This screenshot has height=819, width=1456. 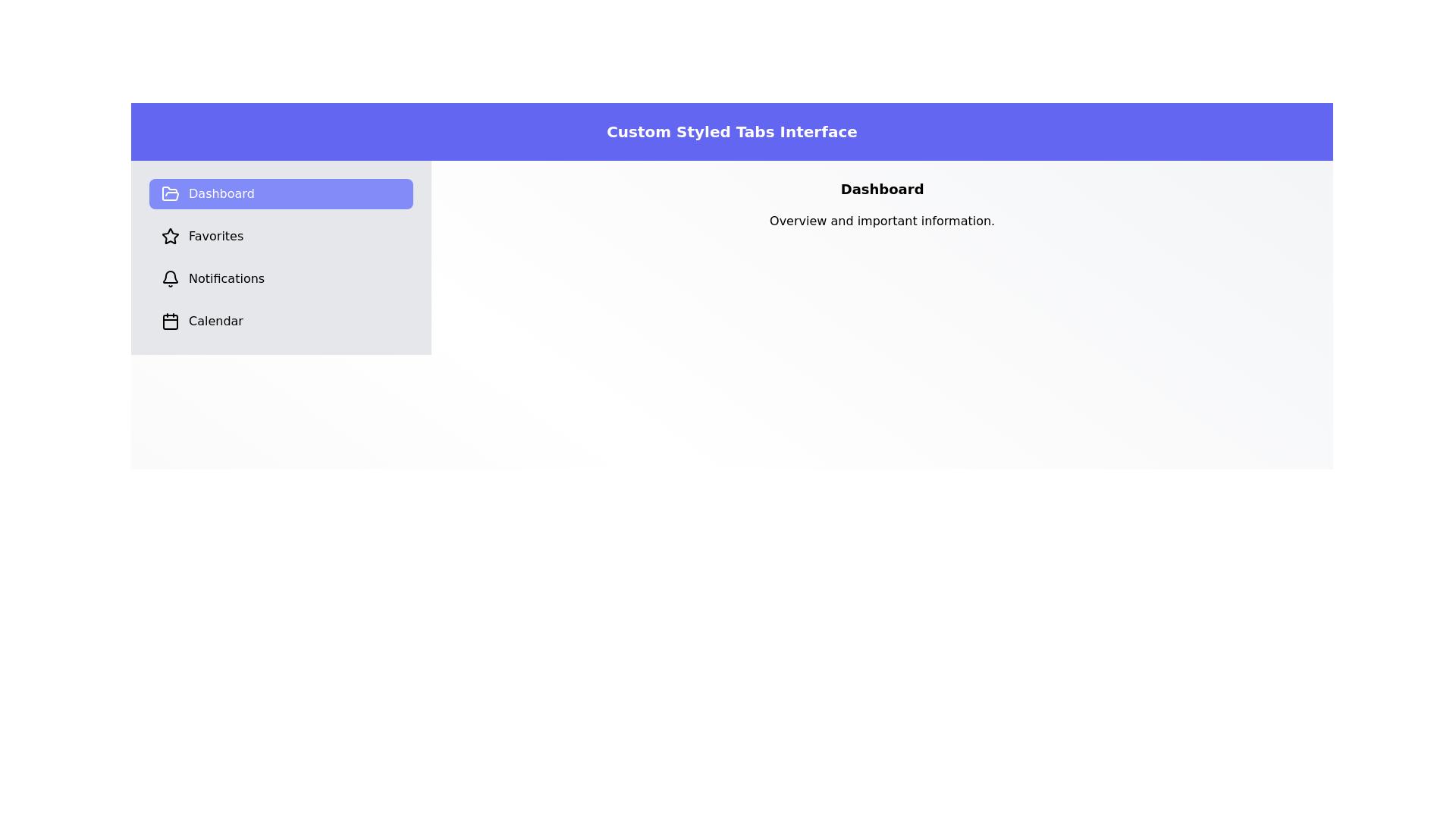 I want to click on the Favorites tab to observe its content, so click(x=281, y=237).